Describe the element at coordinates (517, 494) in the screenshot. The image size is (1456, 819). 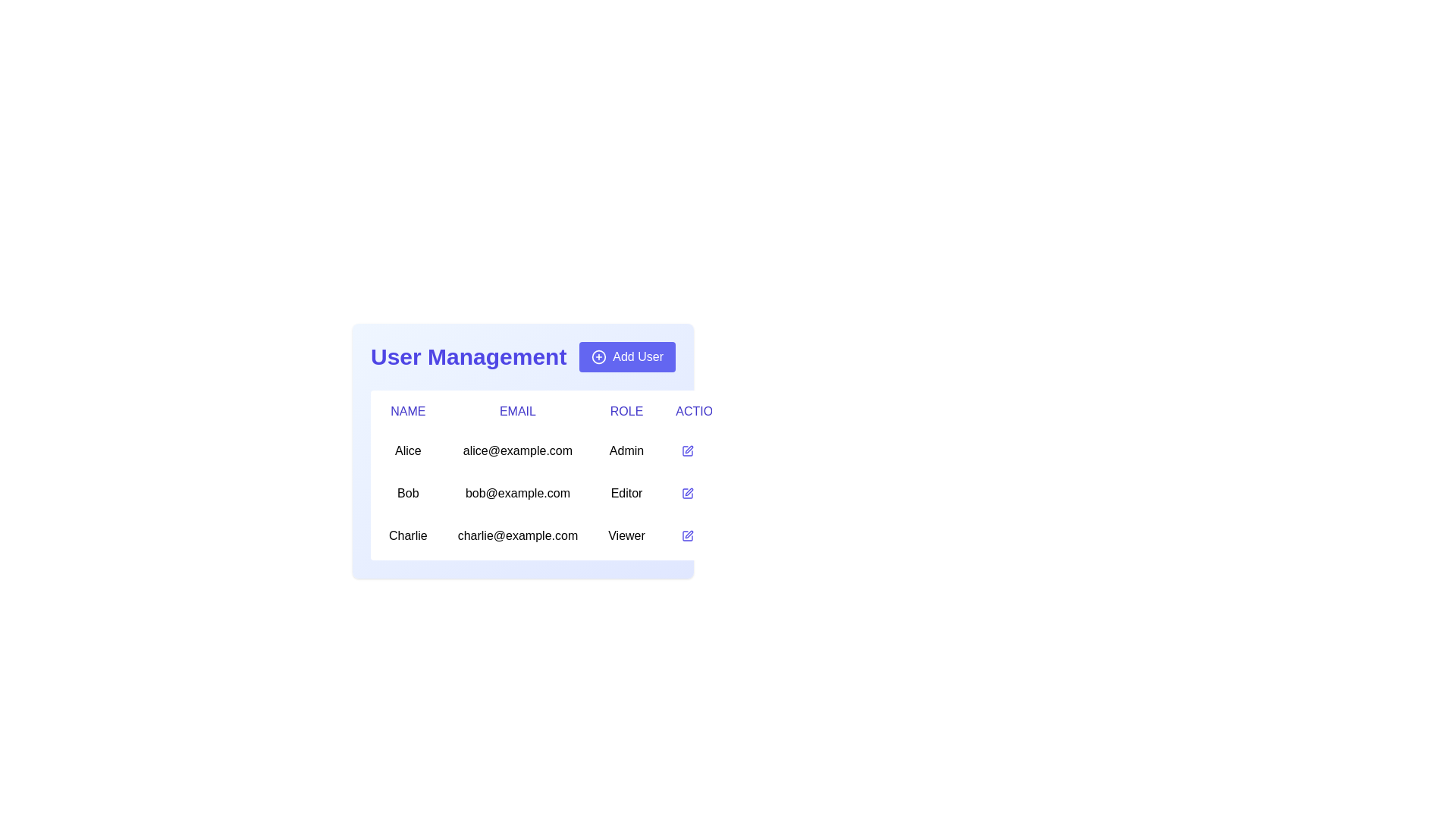
I see `the email address label for user 'Bob' in the 'User Management' interface, which is the second row of the 'EMAIL' column` at that location.